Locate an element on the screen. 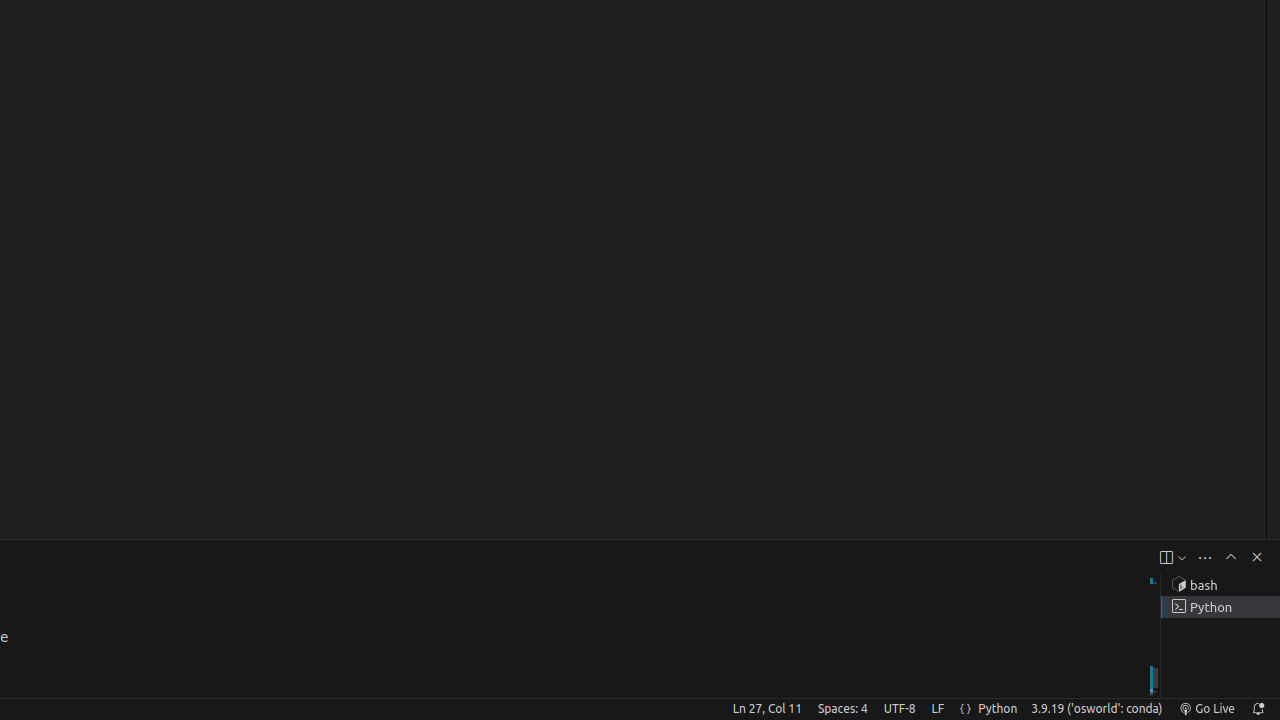  'broadcast Go Live, Click to run live server' is located at coordinates (1205, 707).